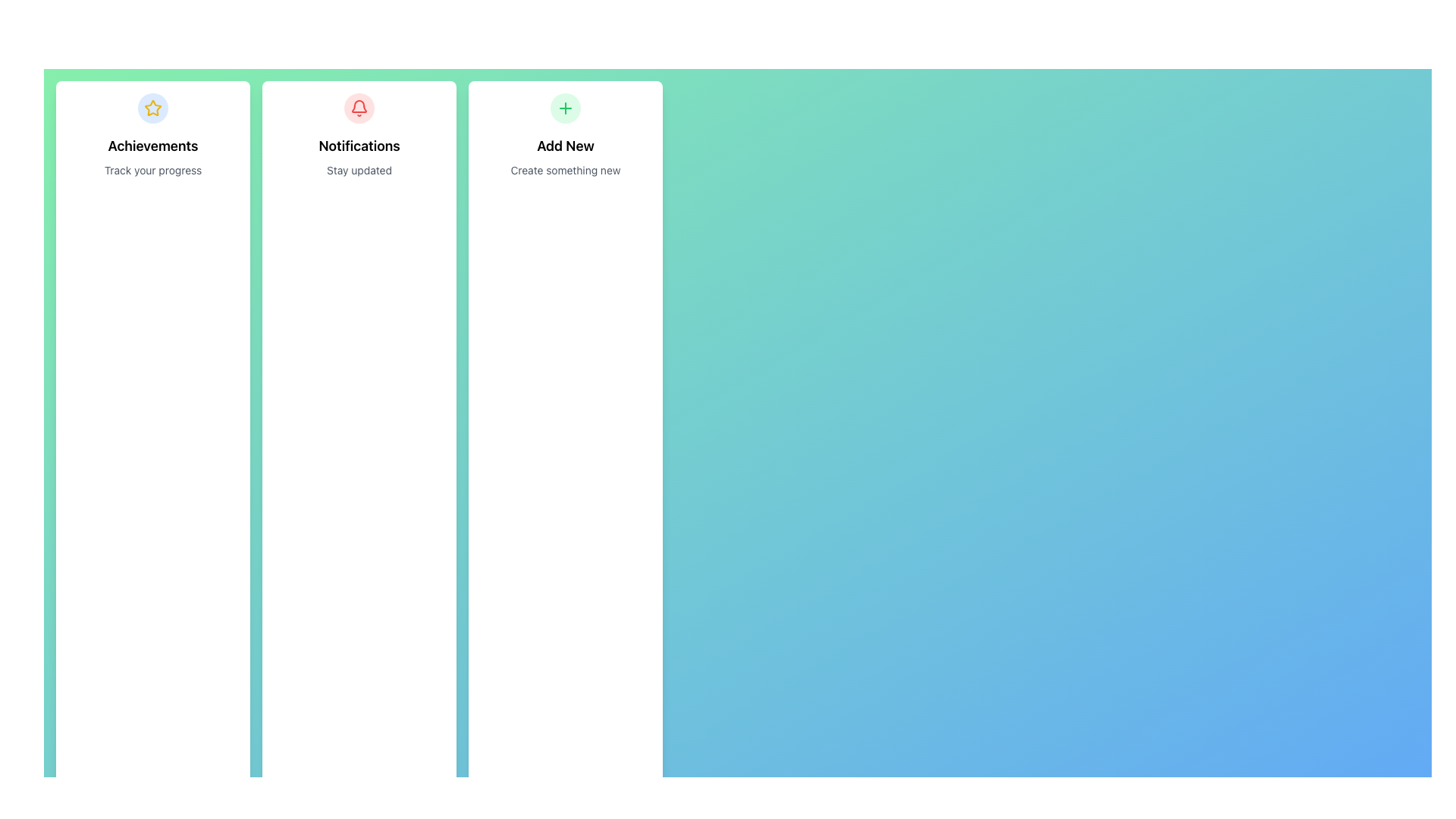 Image resolution: width=1456 pixels, height=819 pixels. I want to click on the SVG star icon representing achievements, located in the Achievements section at the specified coordinates, so click(152, 107).